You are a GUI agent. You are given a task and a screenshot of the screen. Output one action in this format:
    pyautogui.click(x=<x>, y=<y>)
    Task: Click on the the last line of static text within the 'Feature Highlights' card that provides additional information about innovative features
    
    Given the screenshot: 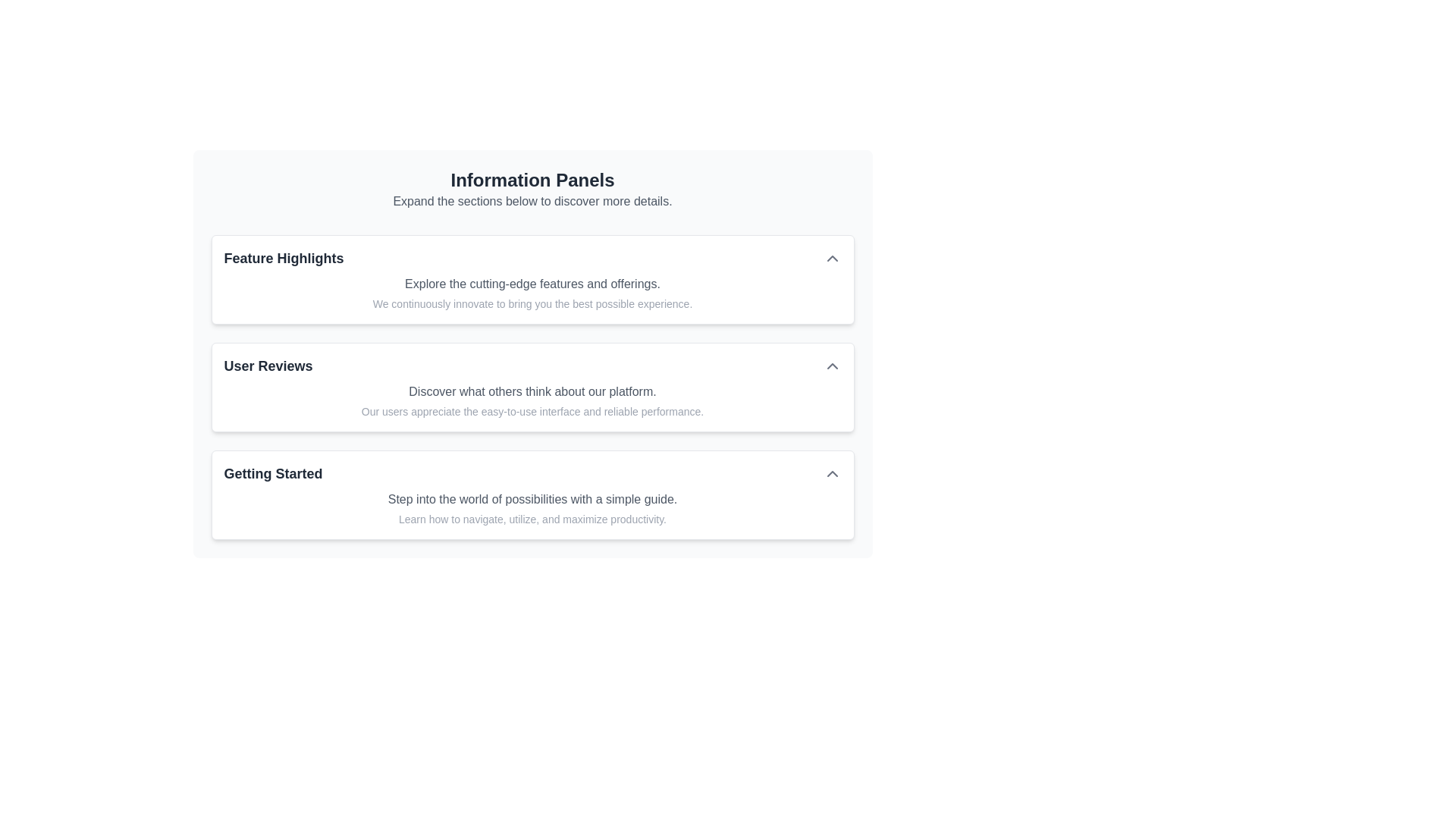 What is the action you would take?
    pyautogui.click(x=532, y=304)
    